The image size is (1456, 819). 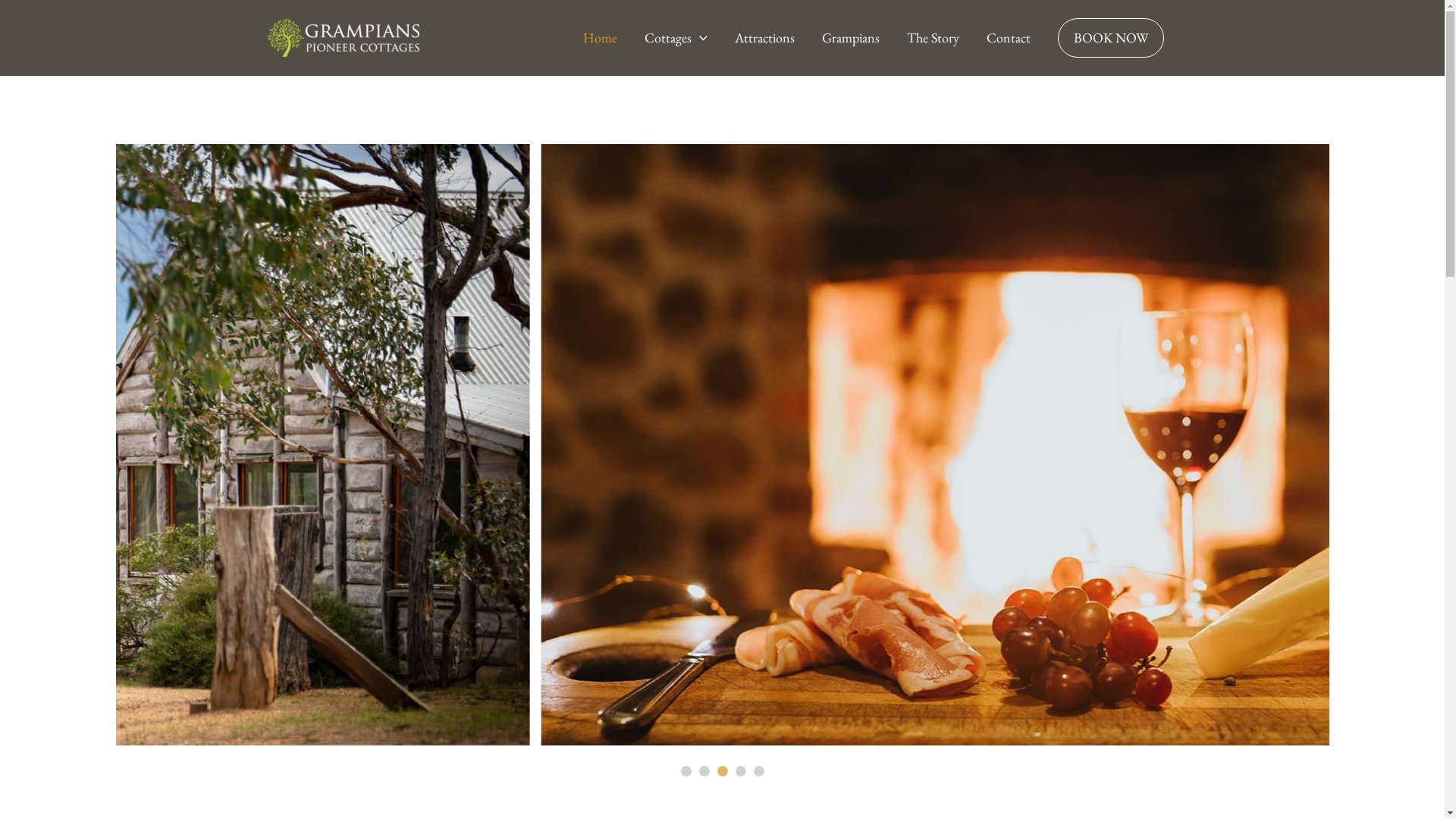 I want to click on '2', so click(x=702, y=772).